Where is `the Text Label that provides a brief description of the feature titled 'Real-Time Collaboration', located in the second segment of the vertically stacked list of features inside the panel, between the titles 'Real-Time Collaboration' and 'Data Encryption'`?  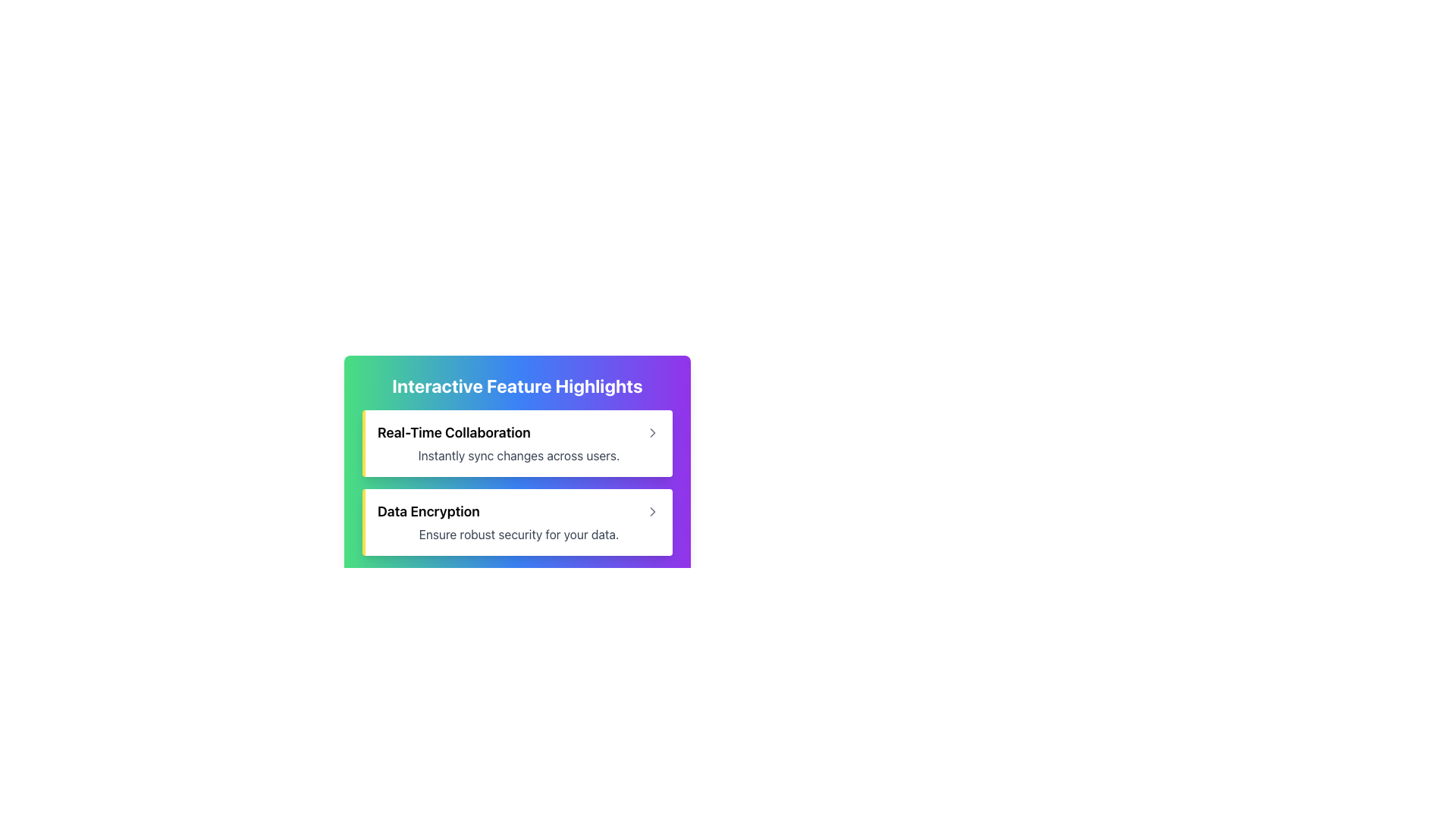
the Text Label that provides a brief description of the feature titled 'Real-Time Collaboration', located in the second segment of the vertically stacked list of features inside the panel, between the titles 'Real-Time Collaboration' and 'Data Encryption' is located at coordinates (519, 455).